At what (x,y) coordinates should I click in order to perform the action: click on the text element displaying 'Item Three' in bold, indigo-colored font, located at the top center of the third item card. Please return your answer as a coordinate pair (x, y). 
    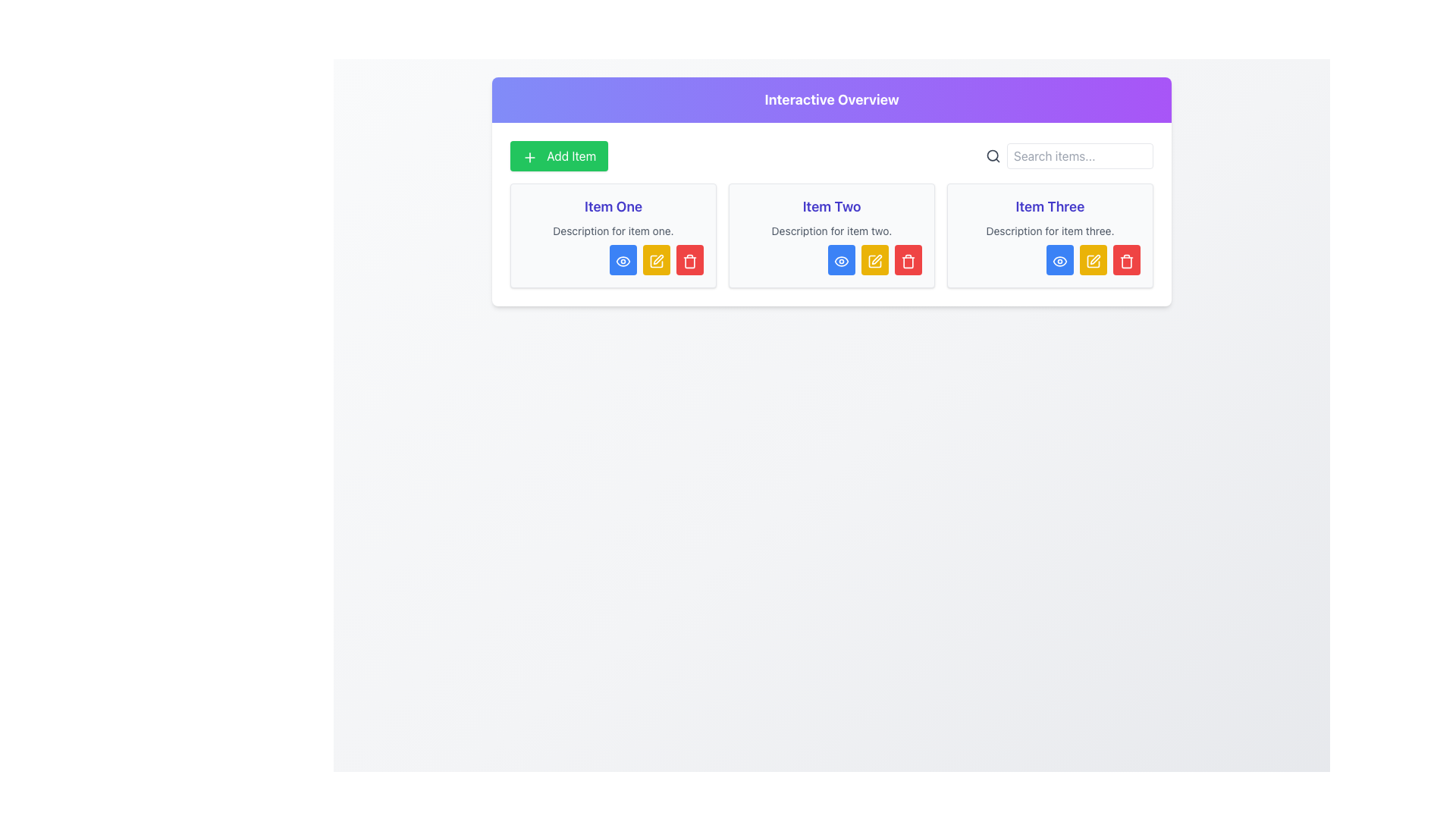
    Looking at the image, I should click on (1050, 207).